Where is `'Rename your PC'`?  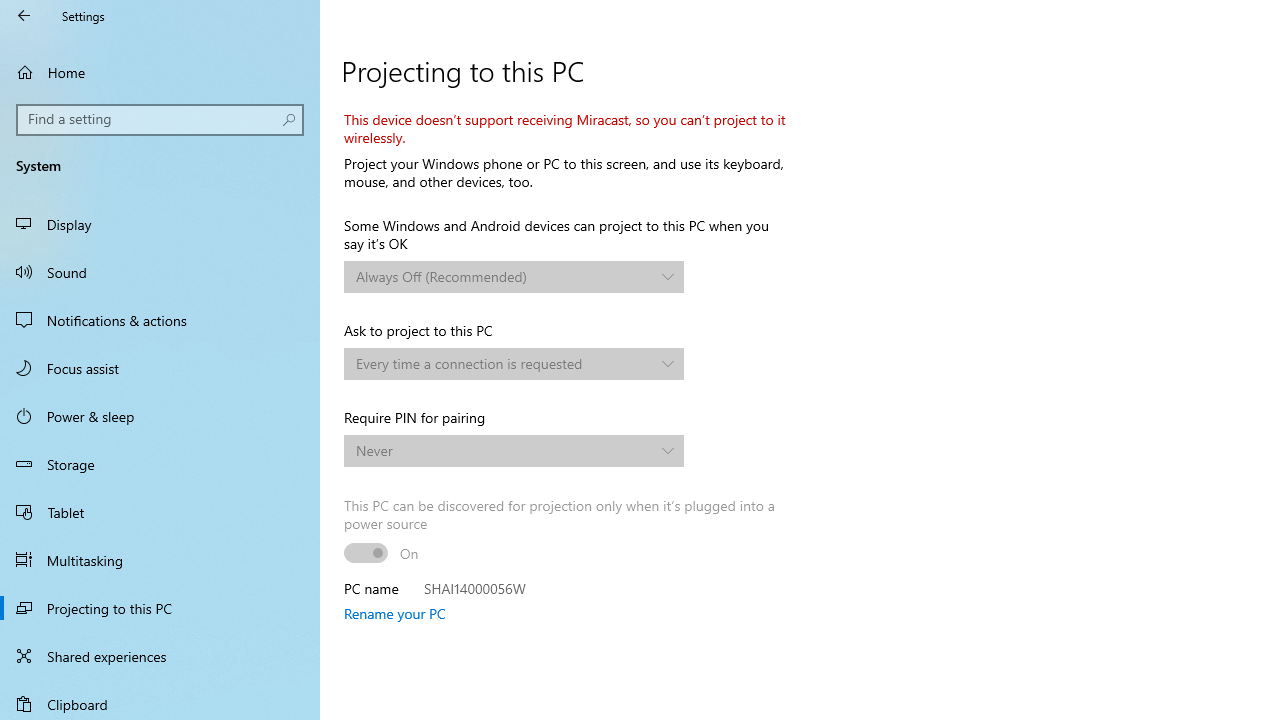 'Rename your PC' is located at coordinates (394, 612).